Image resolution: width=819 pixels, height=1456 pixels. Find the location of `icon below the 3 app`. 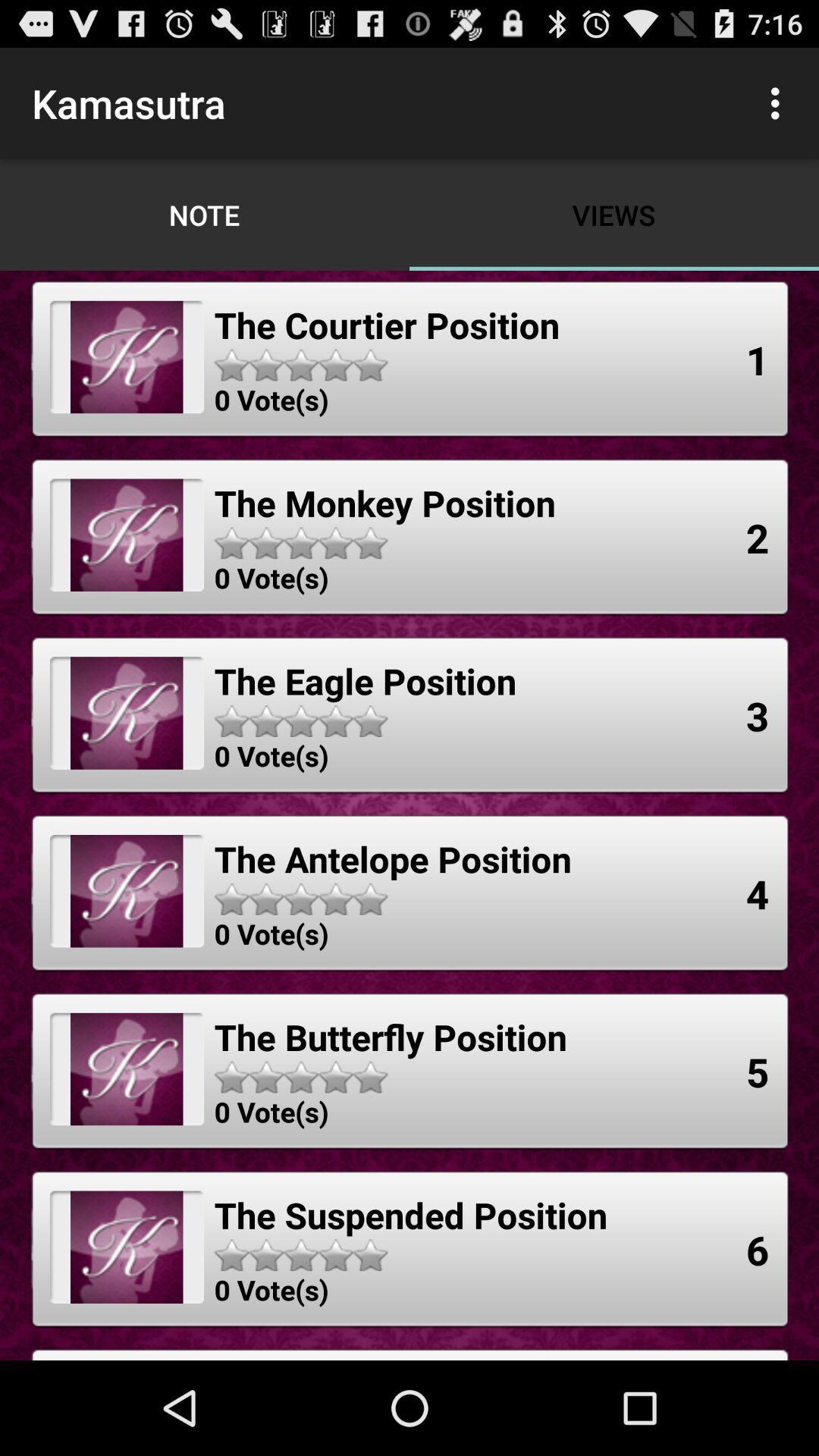

icon below the 3 app is located at coordinates (758, 893).